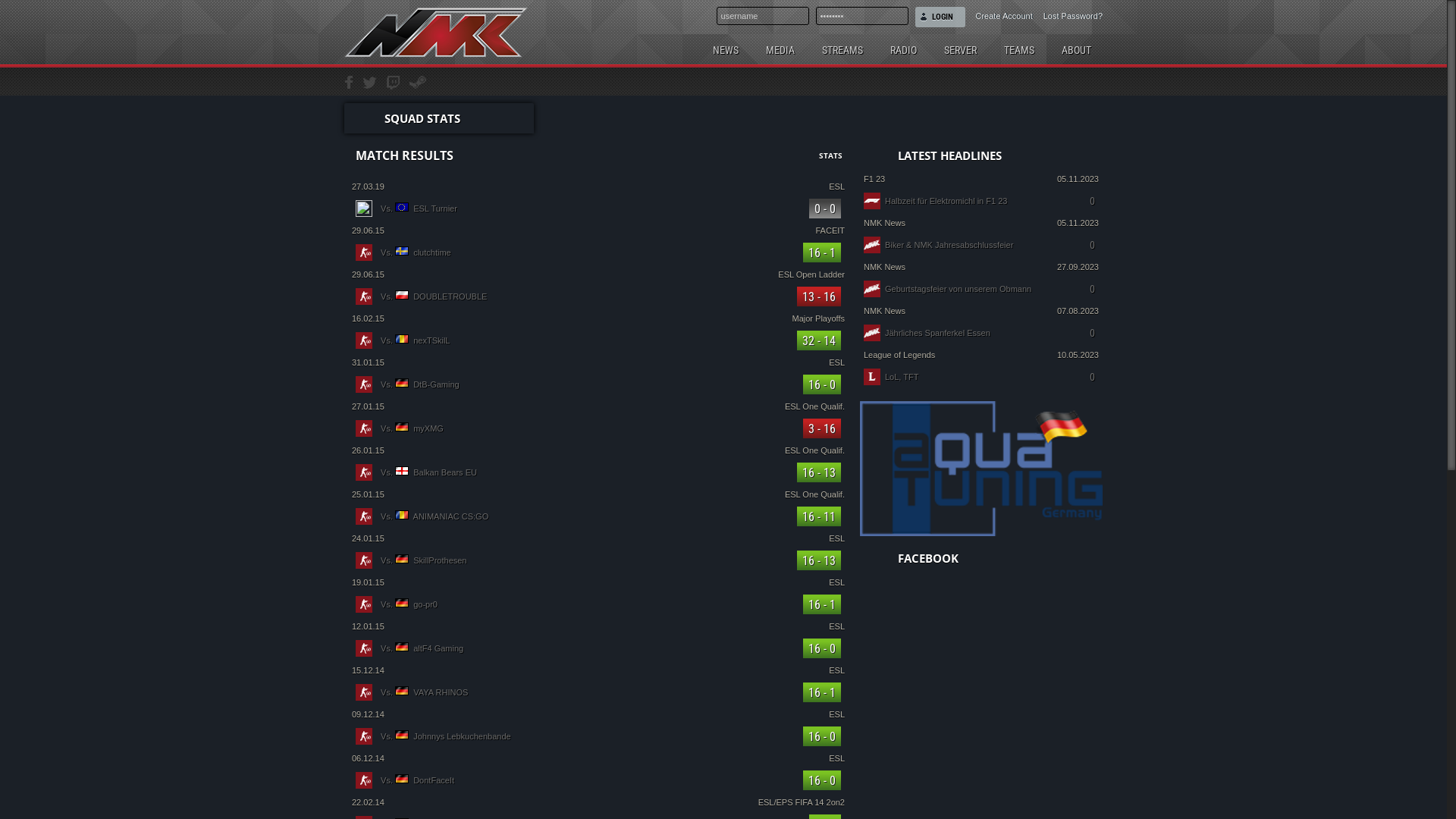 This screenshot has height=819, width=1456. Describe the element at coordinates (818, 155) in the screenshot. I see `'STATS'` at that location.